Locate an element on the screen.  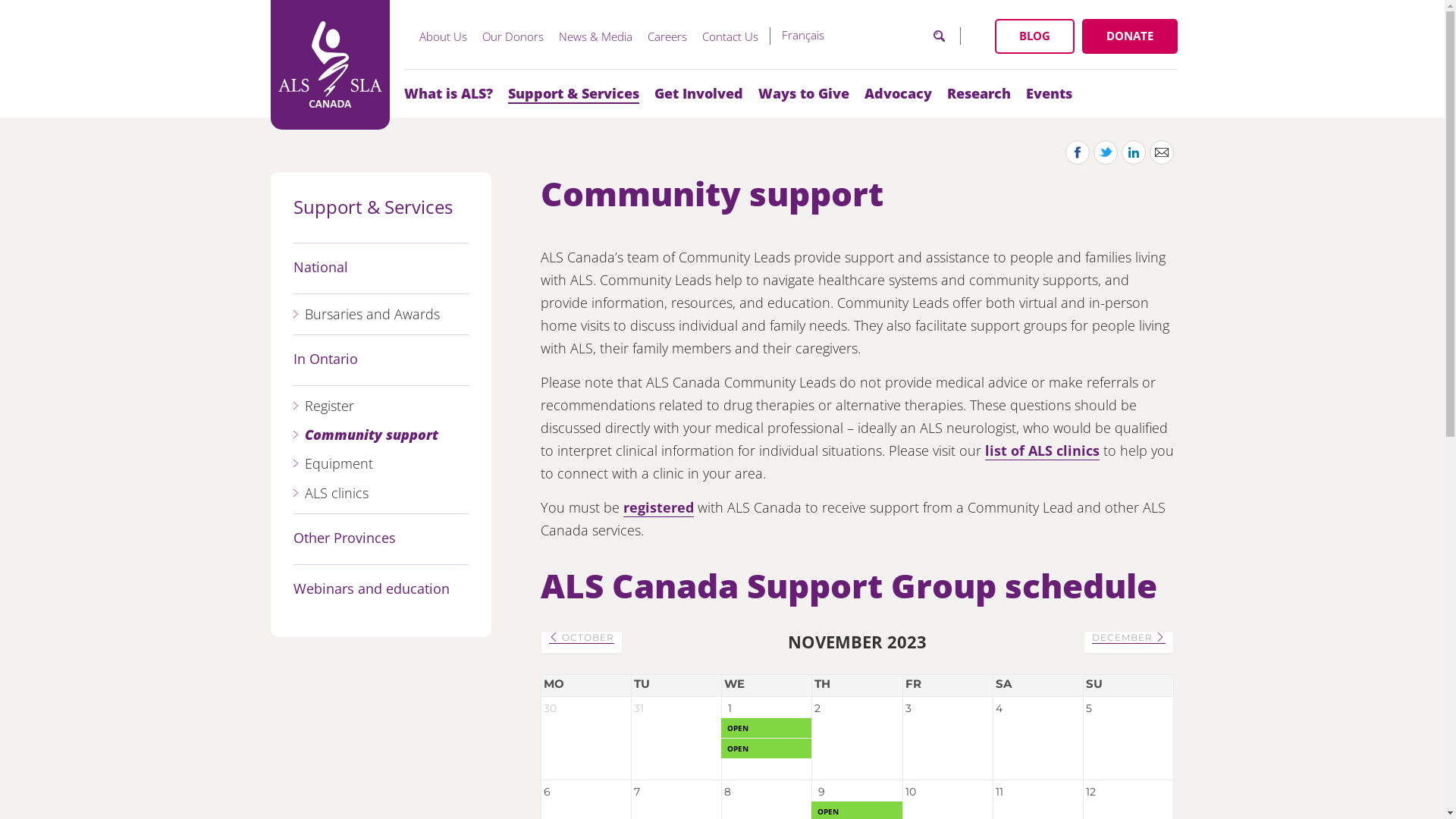
'Our Donors' is located at coordinates (481, 36).